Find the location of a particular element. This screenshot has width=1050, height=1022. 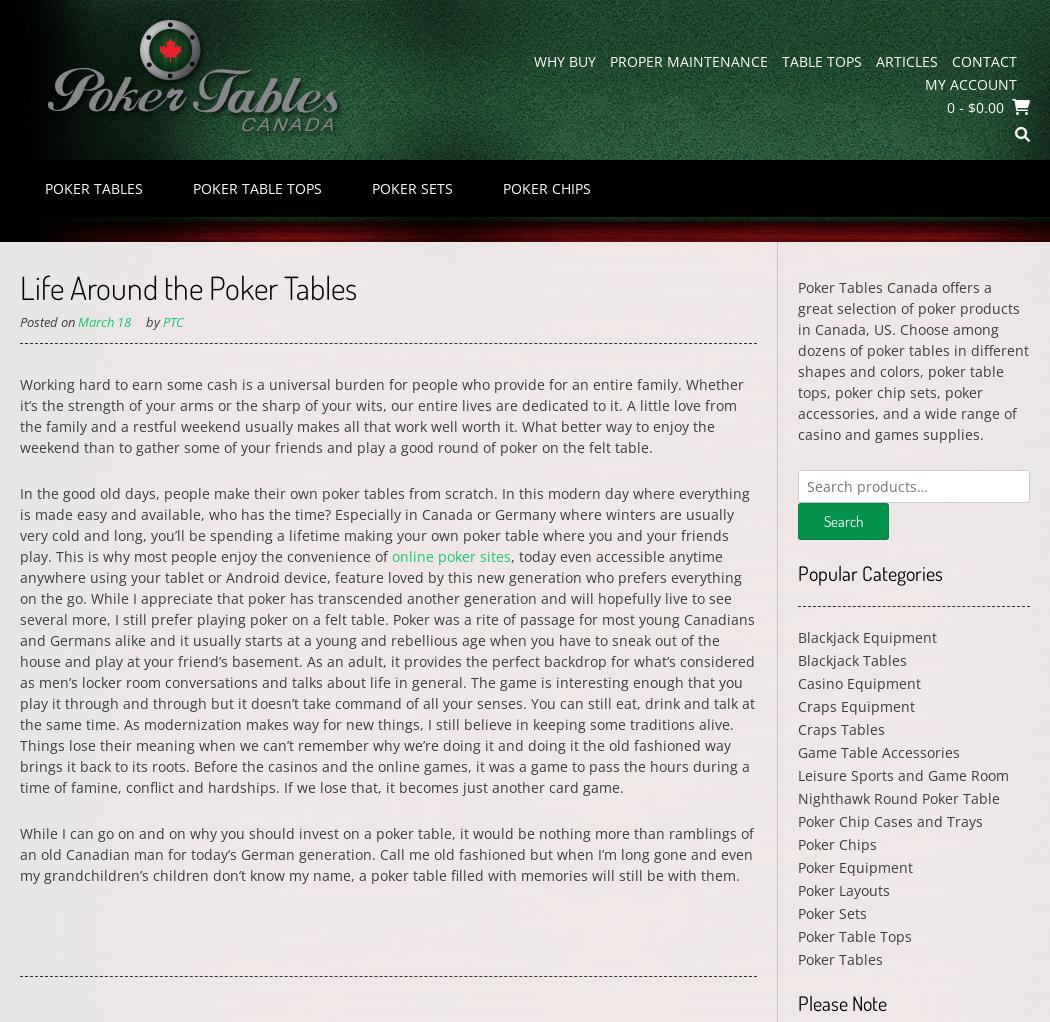

'Poker Chips' is located at coordinates (795, 844).